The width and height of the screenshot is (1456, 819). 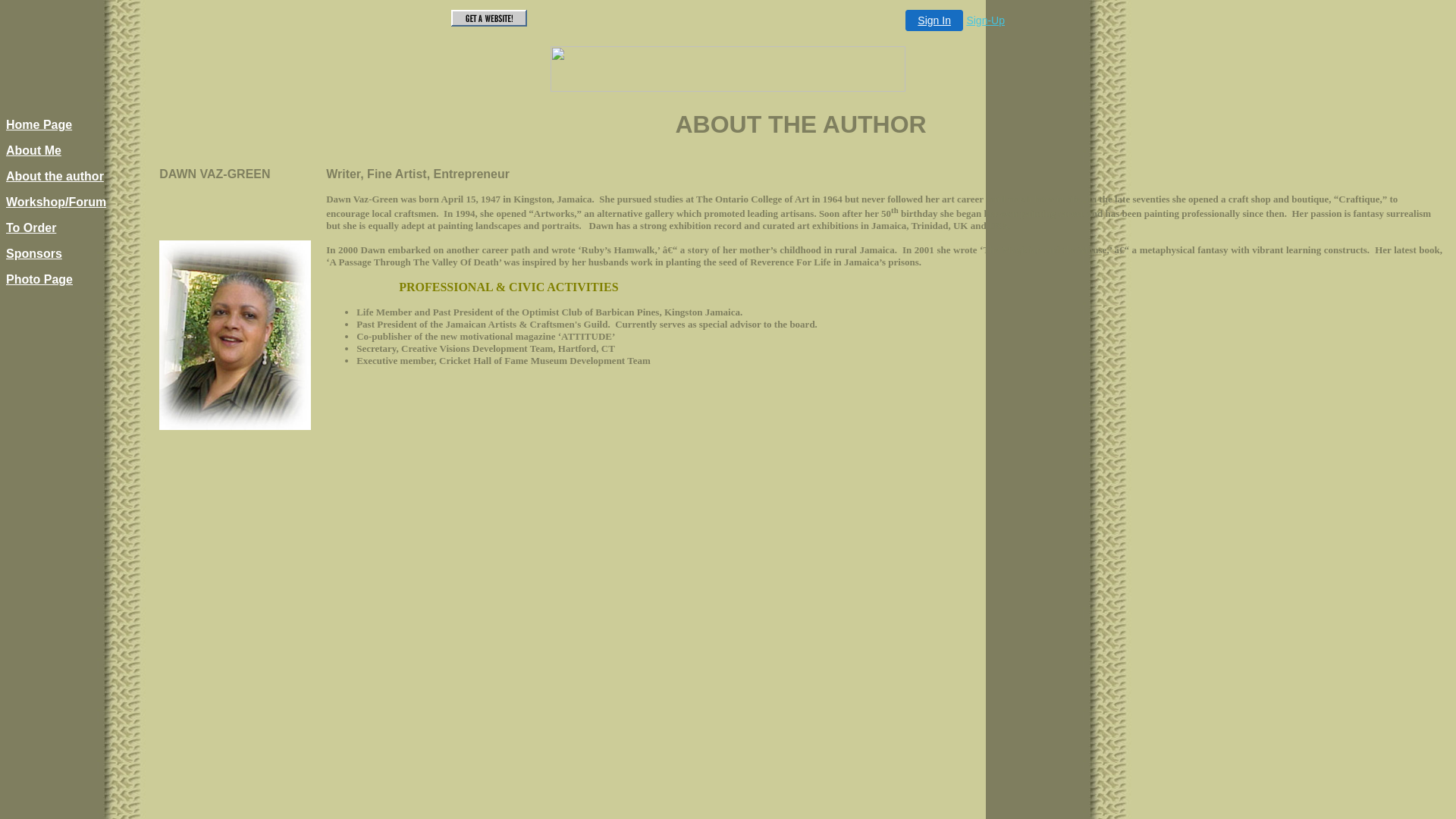 I want to click on 'About Me', so click(x=33, y=150).